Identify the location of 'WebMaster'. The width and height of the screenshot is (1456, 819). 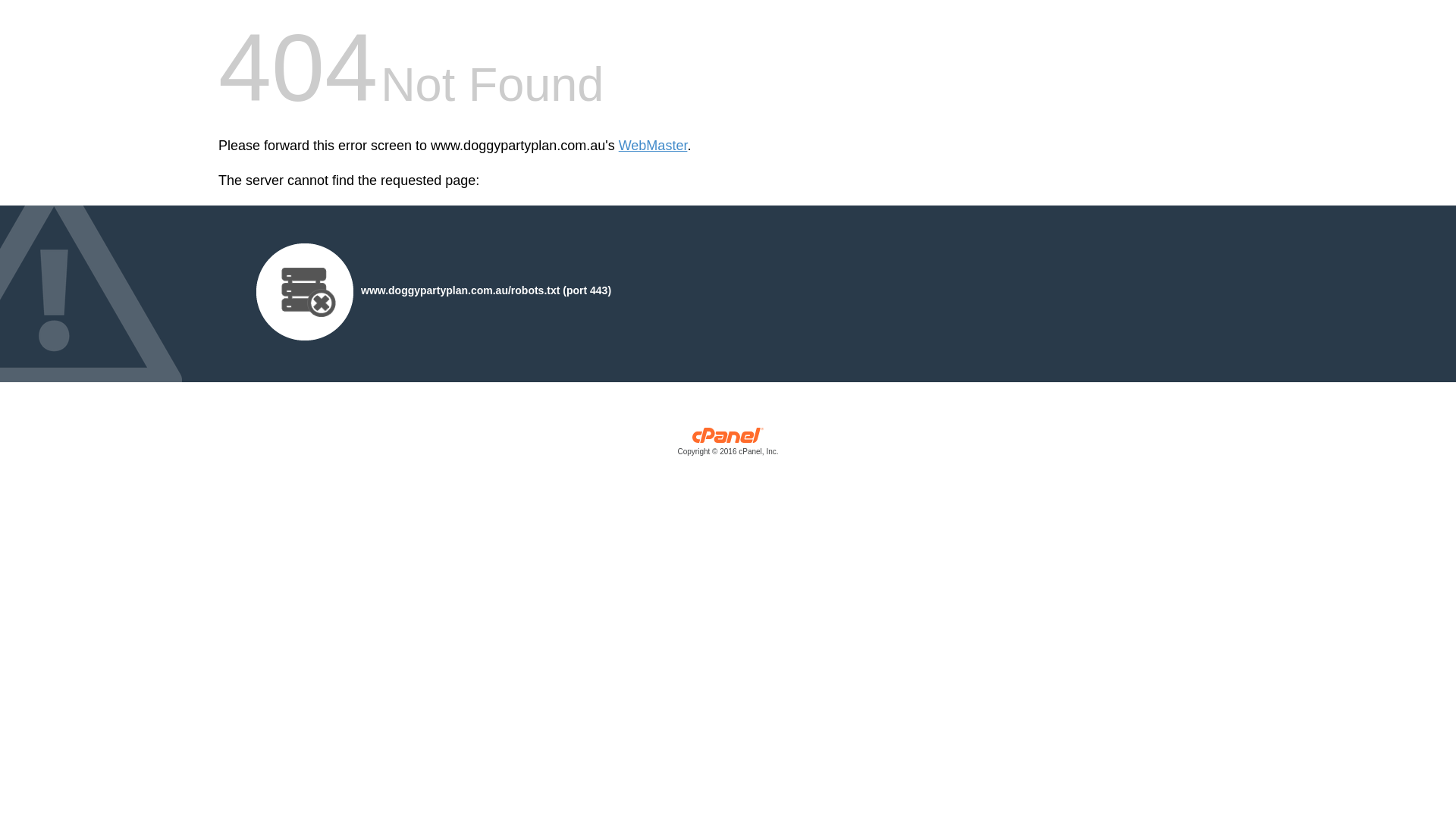
(653, 146).